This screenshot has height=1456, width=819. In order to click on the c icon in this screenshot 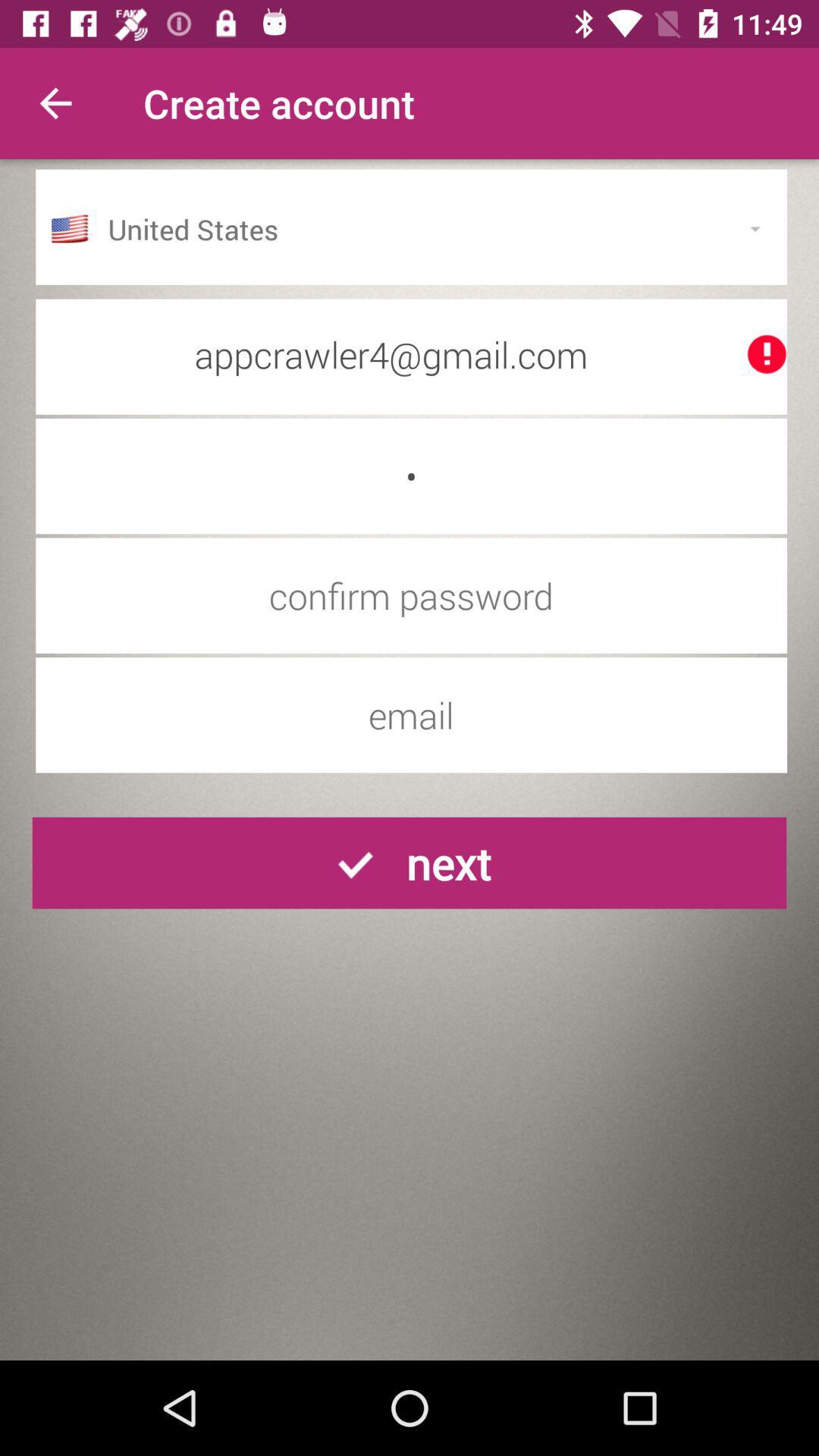, I will do `click(411, 475)`.